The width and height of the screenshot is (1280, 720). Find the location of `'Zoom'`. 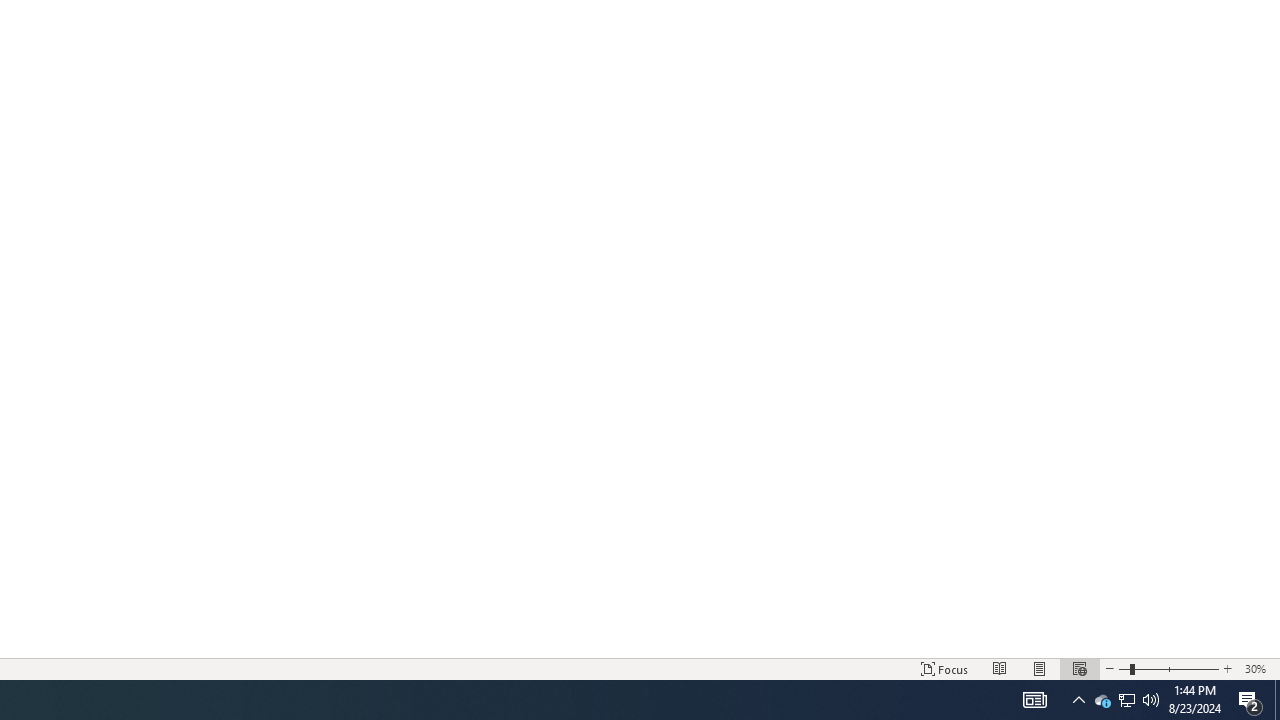

'Zoom' is located at coordinates (1168, 669).